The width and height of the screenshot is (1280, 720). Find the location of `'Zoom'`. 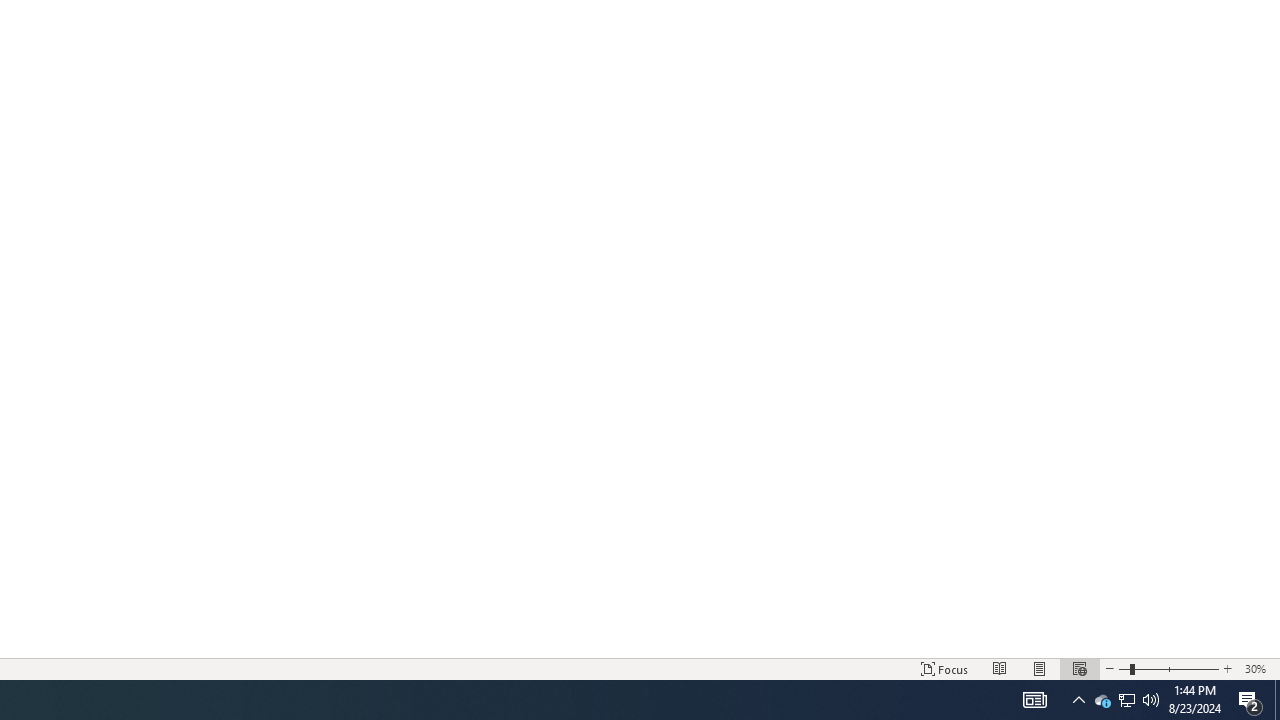

'Zoom' is located at coordinates (1168, 669).